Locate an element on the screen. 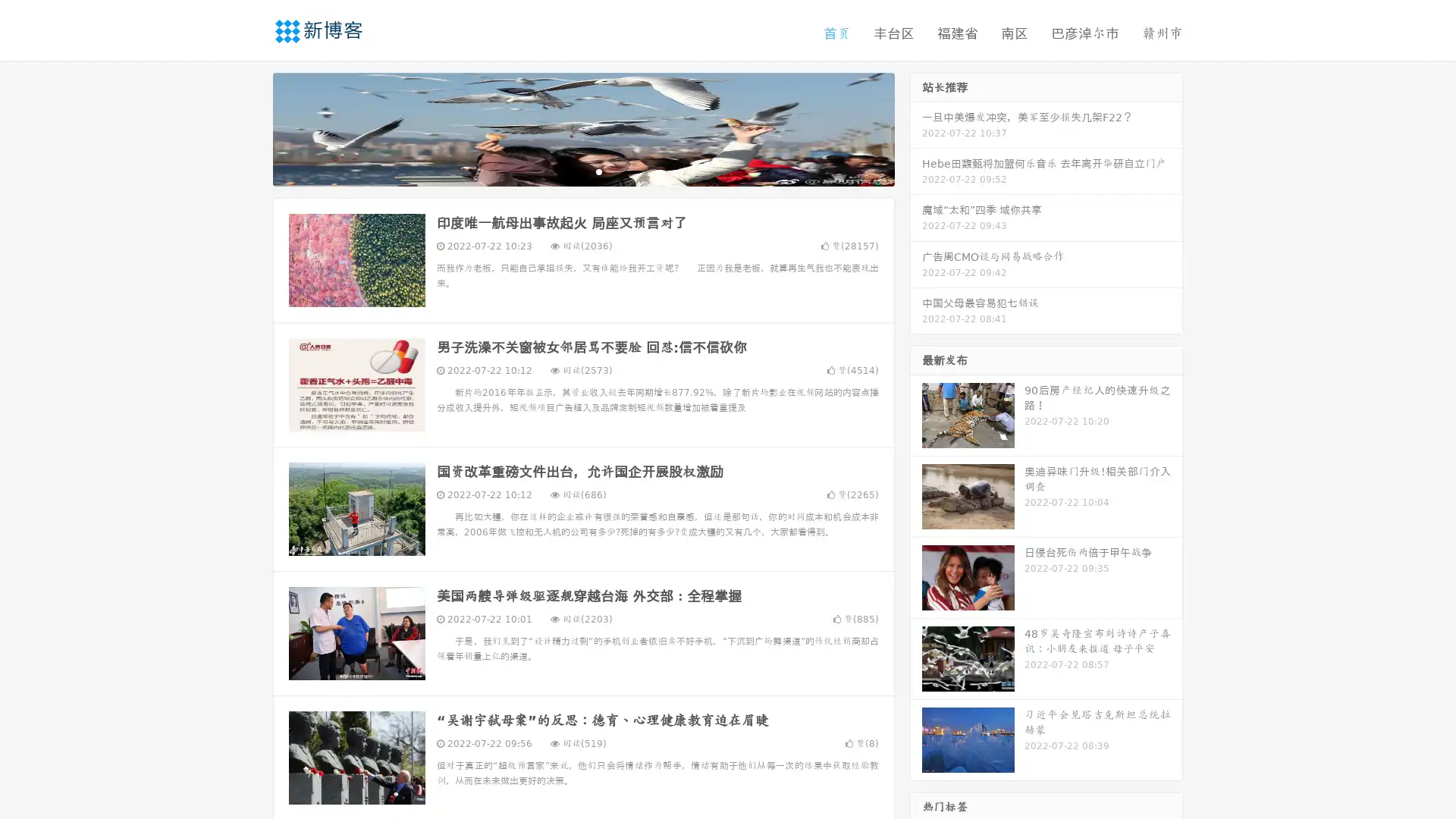 The width and height of the screenshot is (1456, 819). Previous slide is located at coordinates (250, 127).